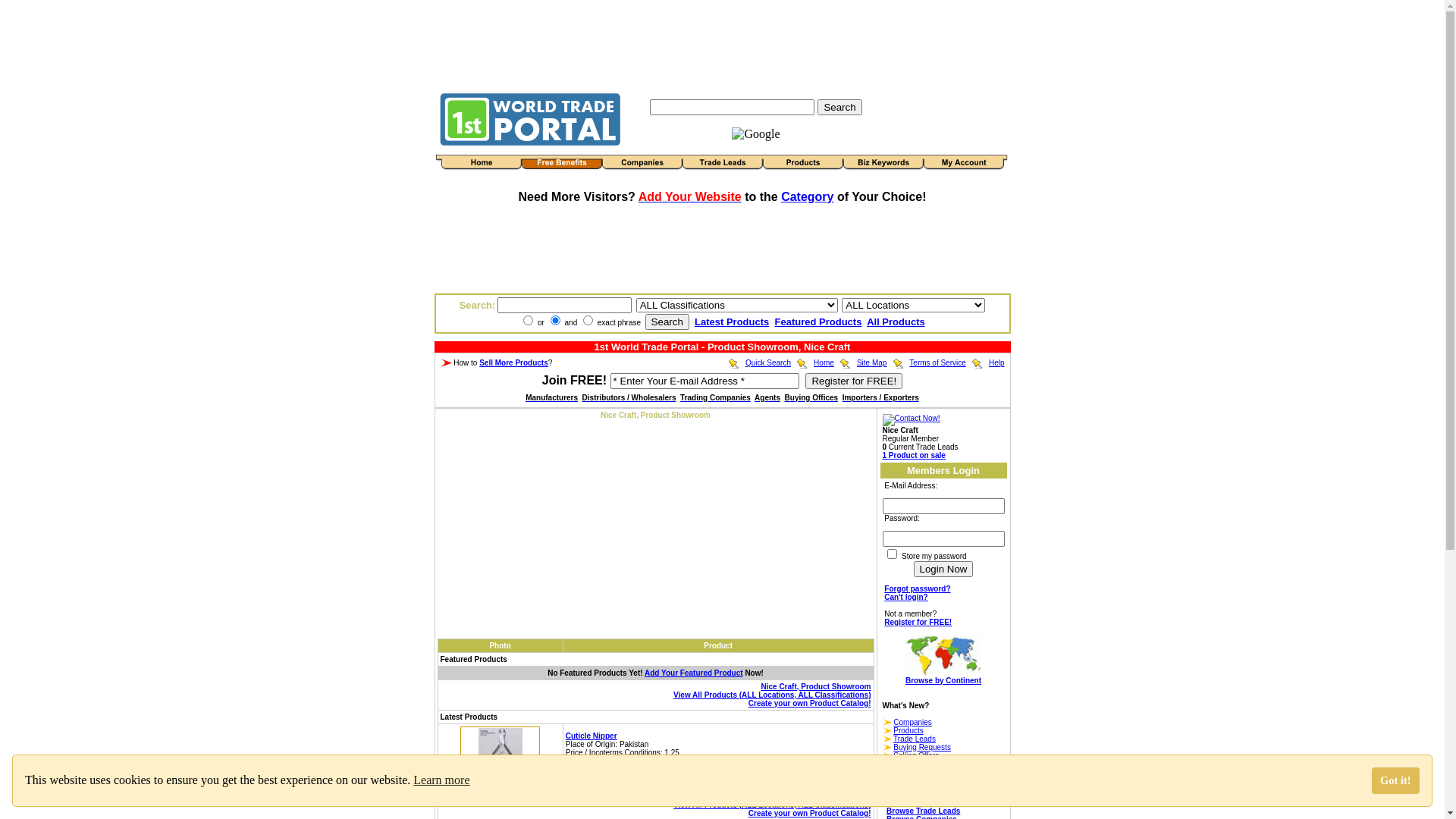  What do you see at coordinates (922, 810) in the screenshot?
I see `'Browse Trade Leads'` at bounding box center [922, 810].